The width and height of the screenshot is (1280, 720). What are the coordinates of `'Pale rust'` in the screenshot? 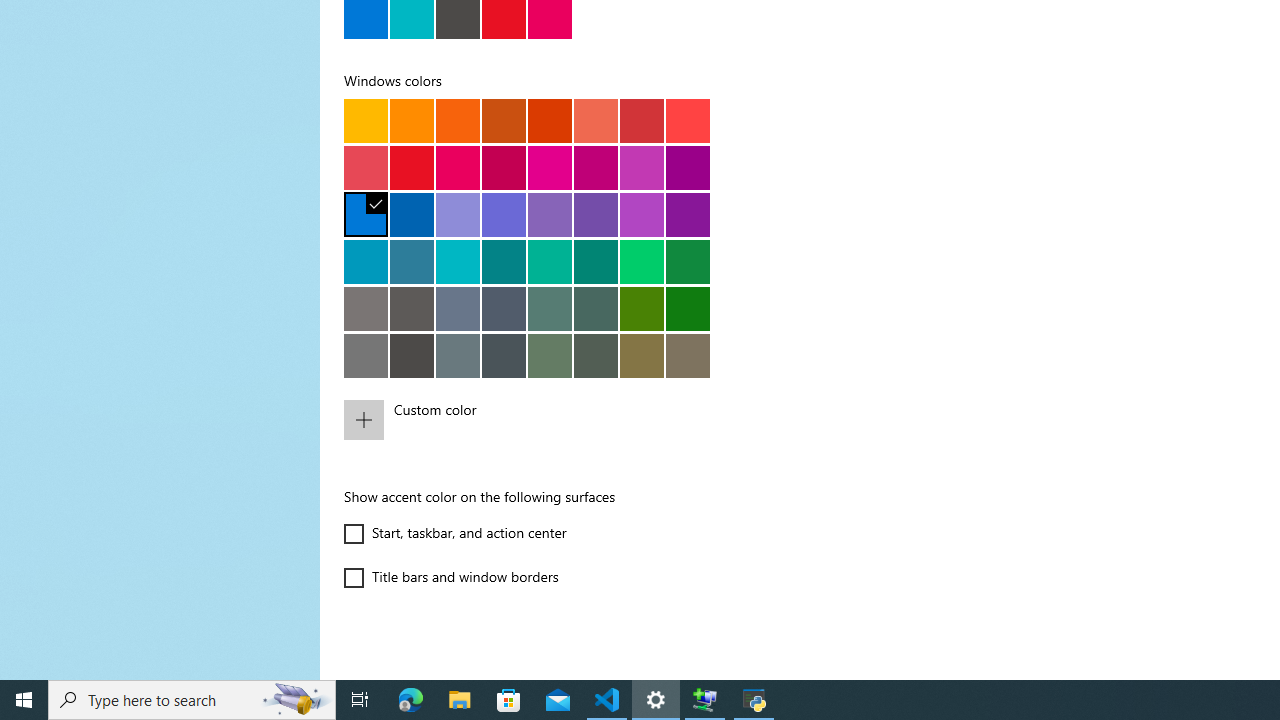 It's located at (594, 120).